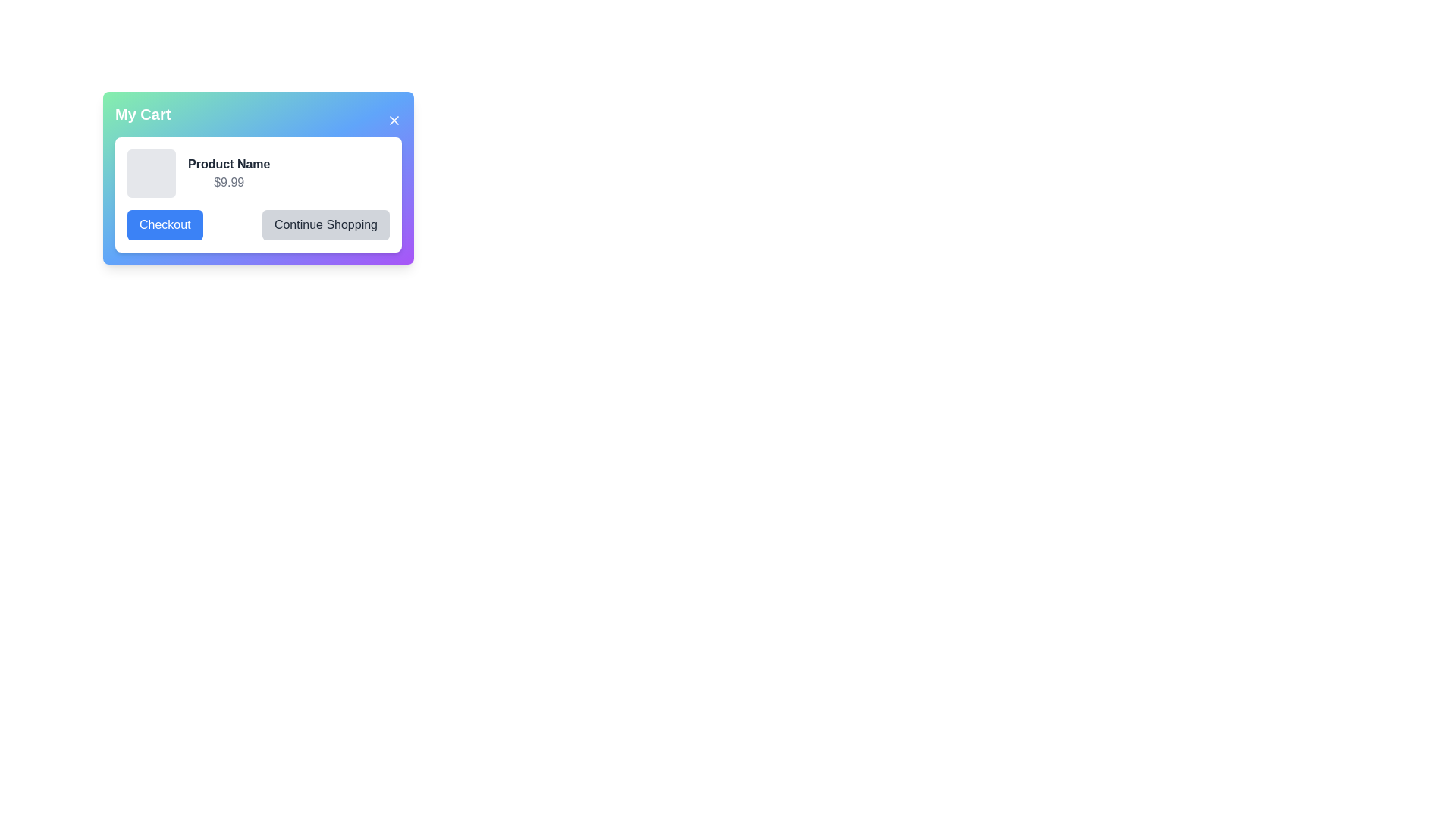 The height and width of the screenshot is (819, 1456). I want to click on the Close icon, which is a small cross-shaped icon resembling an 'X' located in the top-right corner of the 'My Cart' modal window, so click(394, 119).